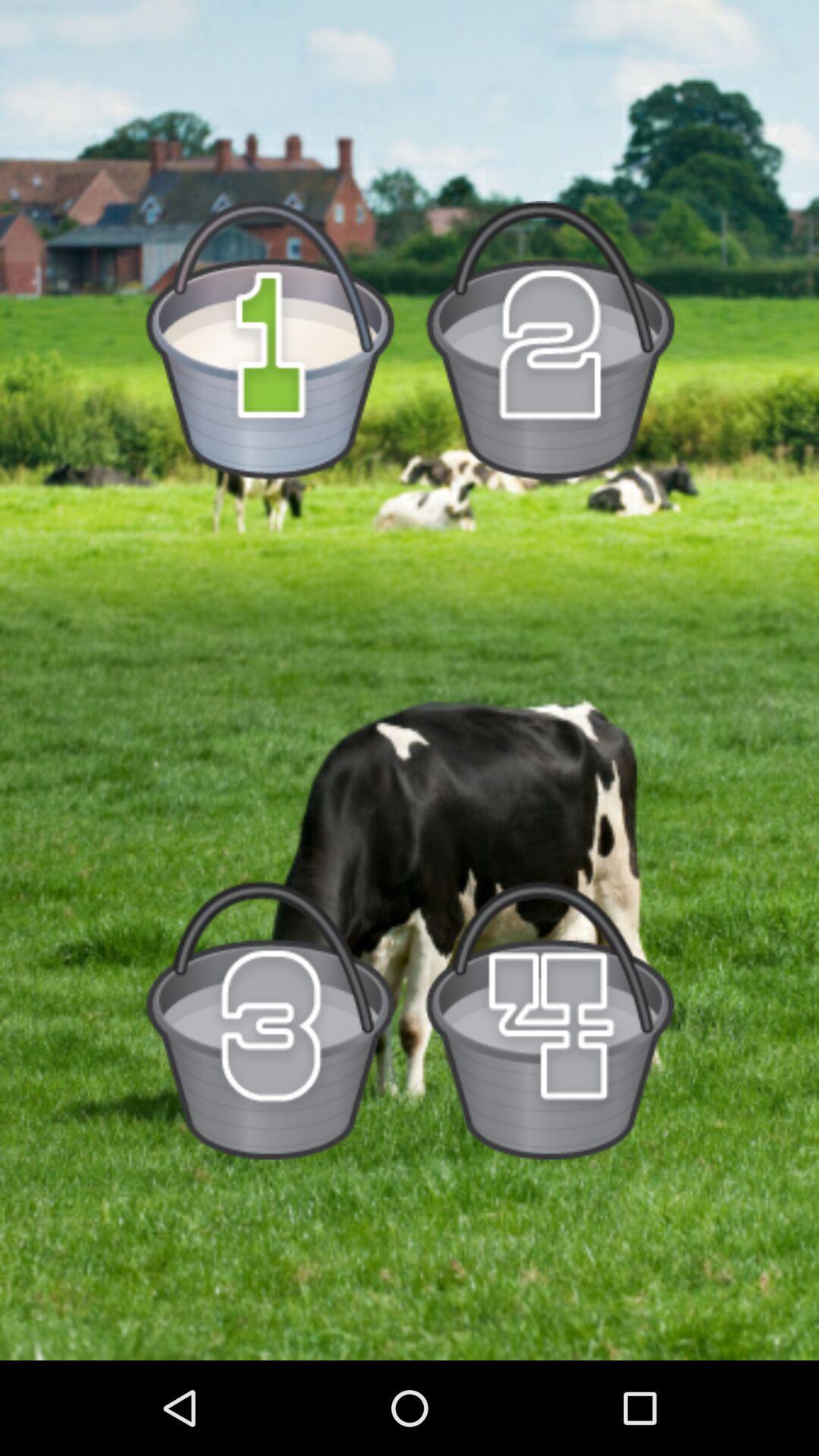 This screenshot has width=819, height=1456. What do you see at coordinates (548, 339) in the screenshot?
I see `bucket number 2` at bounding box center [548, 339].